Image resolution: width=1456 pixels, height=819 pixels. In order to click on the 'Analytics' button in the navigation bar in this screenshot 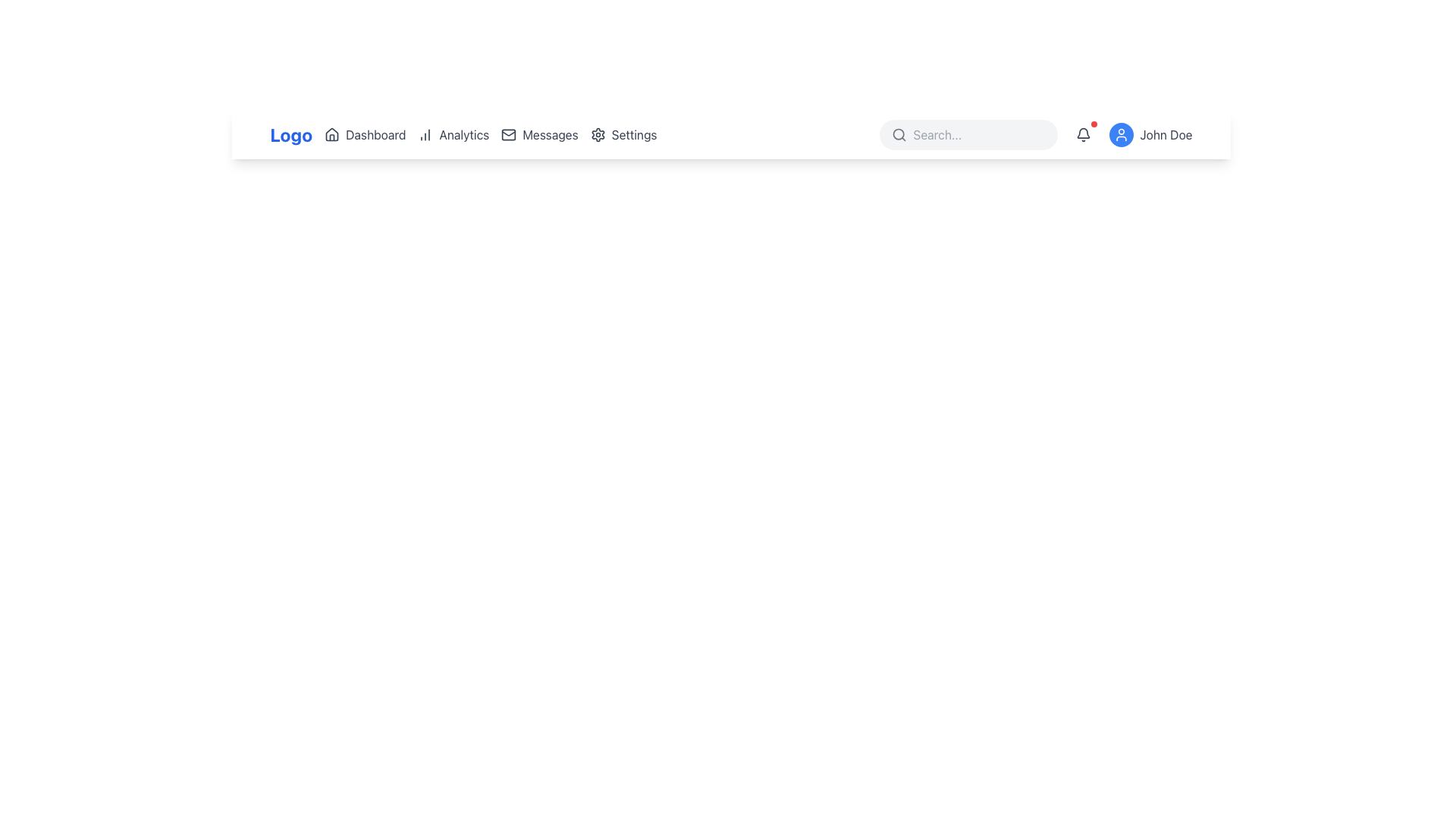, I will do `click(453, 133)`.